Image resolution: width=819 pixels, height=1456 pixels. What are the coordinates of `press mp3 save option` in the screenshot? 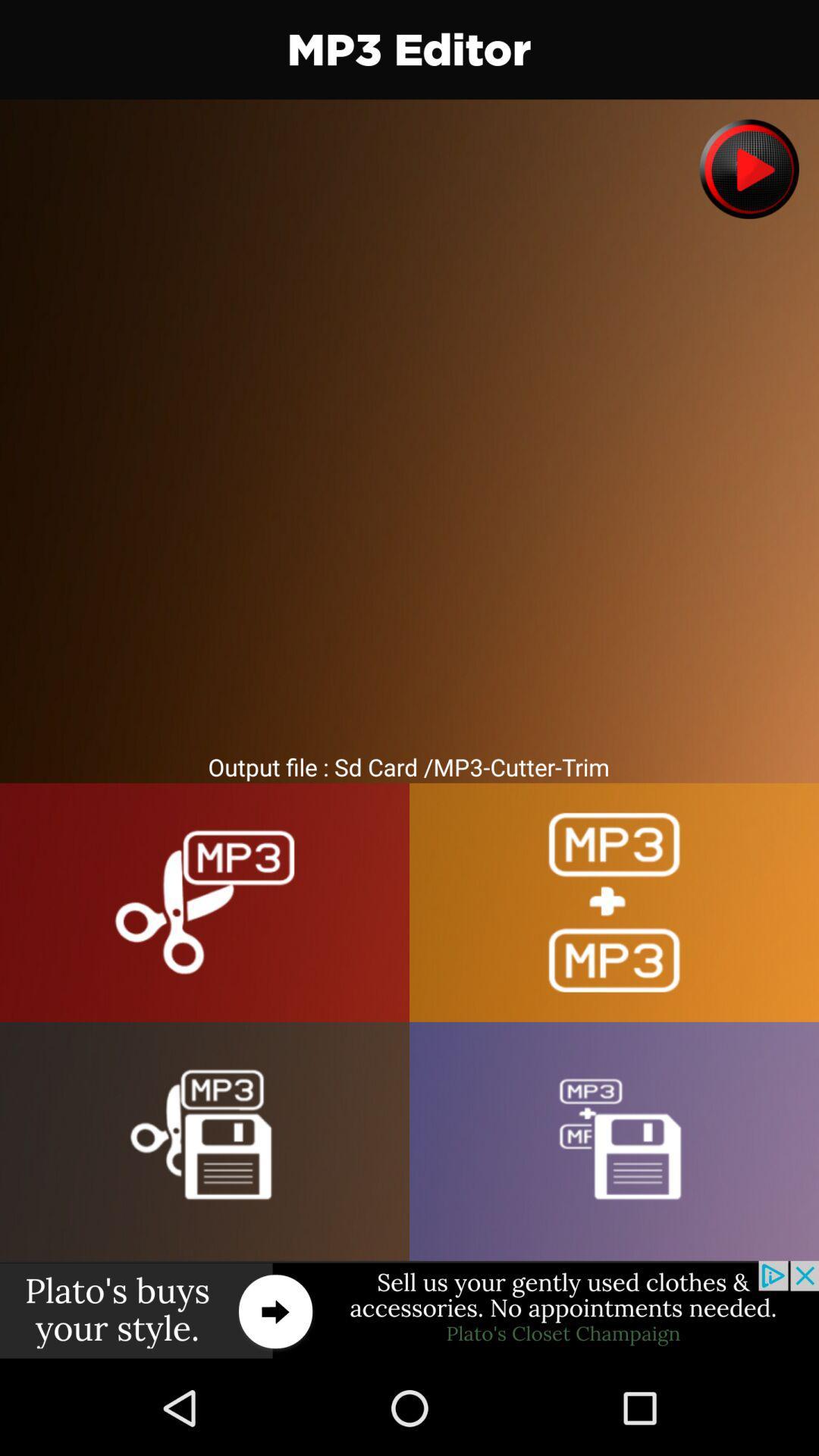 It's located at (205, 1141).